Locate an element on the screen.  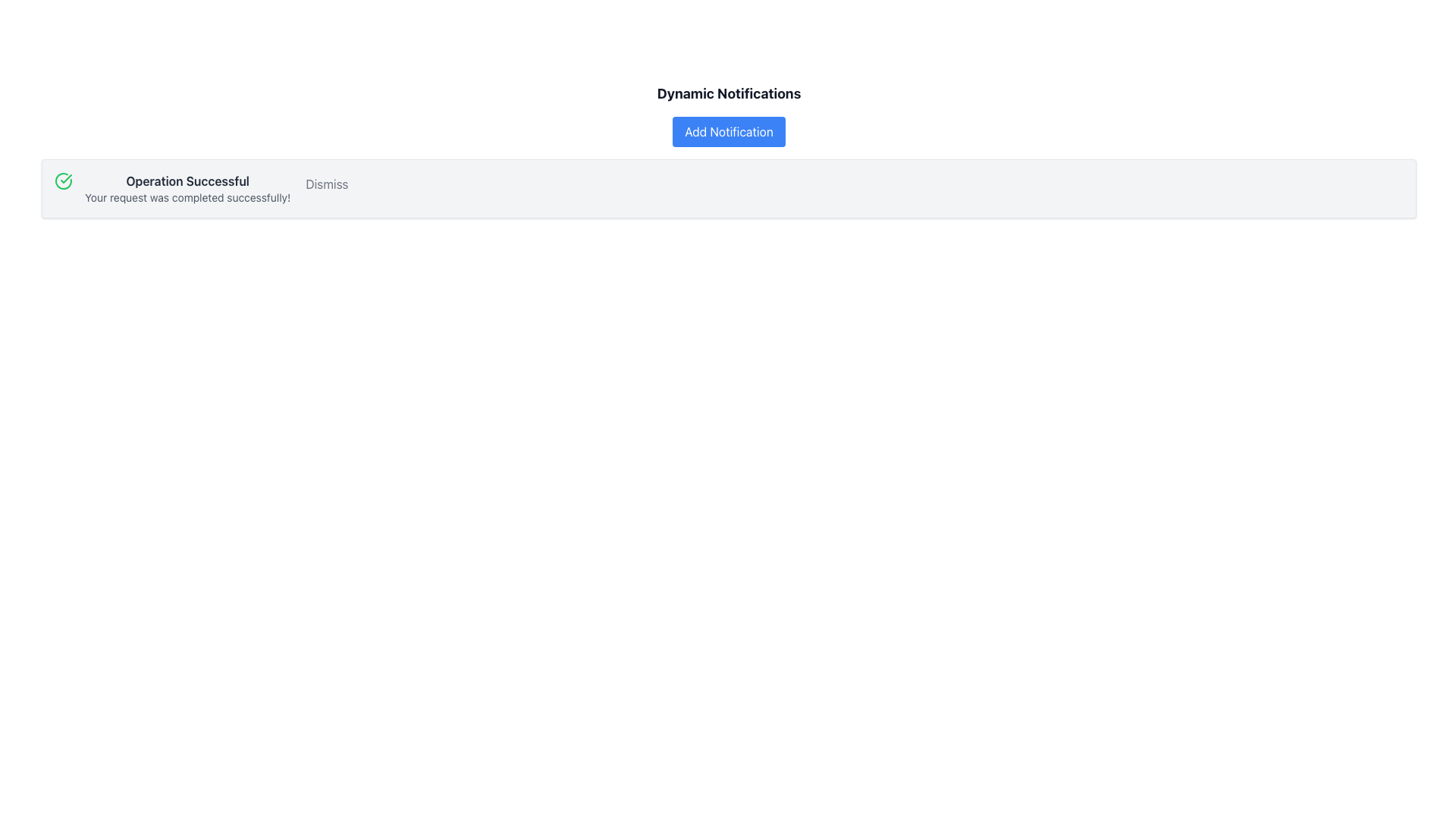
text displayed in the notification box indicating the successful completion of a request, located towards the left side next to a success icon and followed by a 'Dismiss' button is located at coordinates (187, 188).